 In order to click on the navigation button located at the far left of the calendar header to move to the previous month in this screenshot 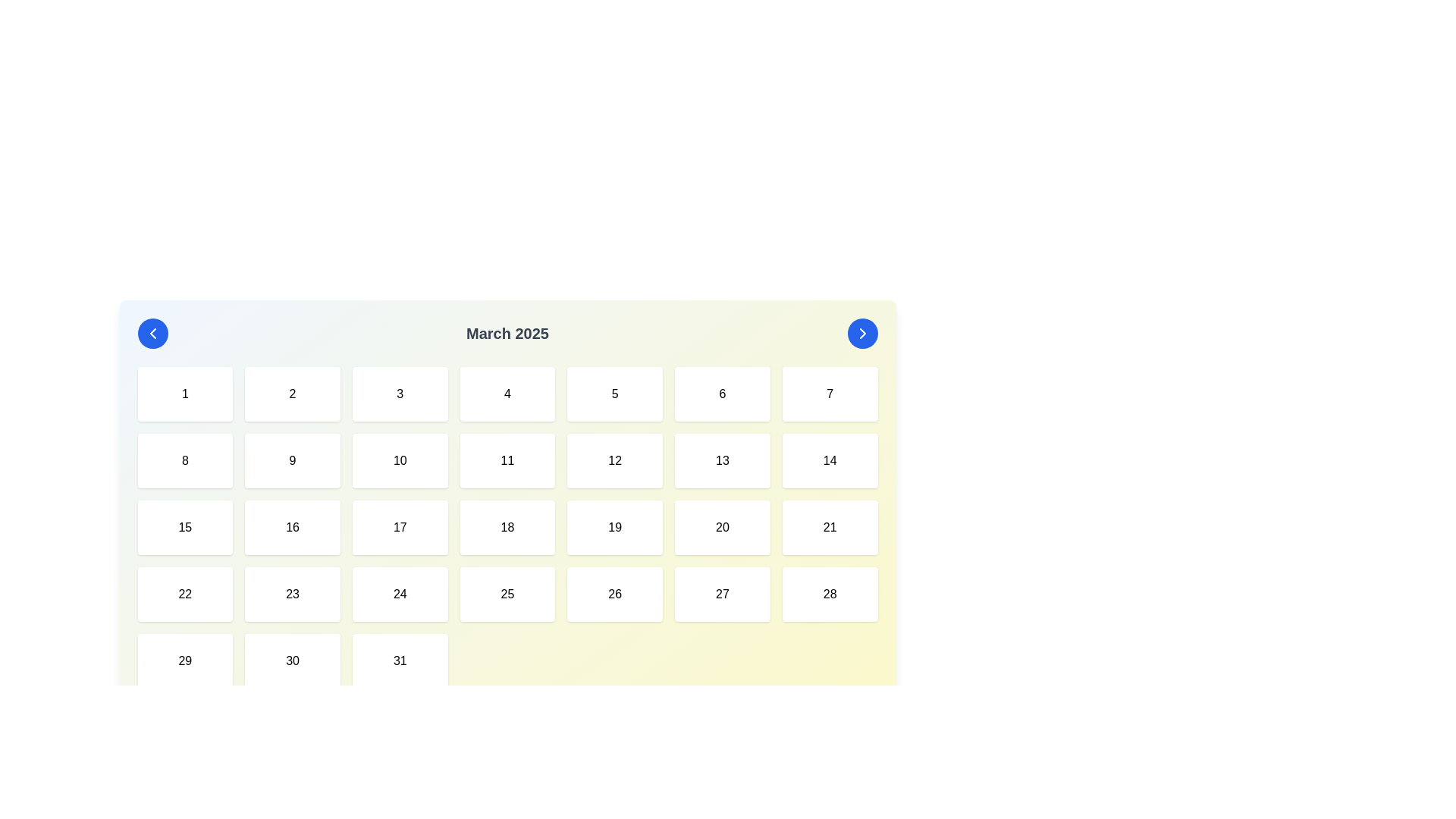, I will do `click(152, 332)`.